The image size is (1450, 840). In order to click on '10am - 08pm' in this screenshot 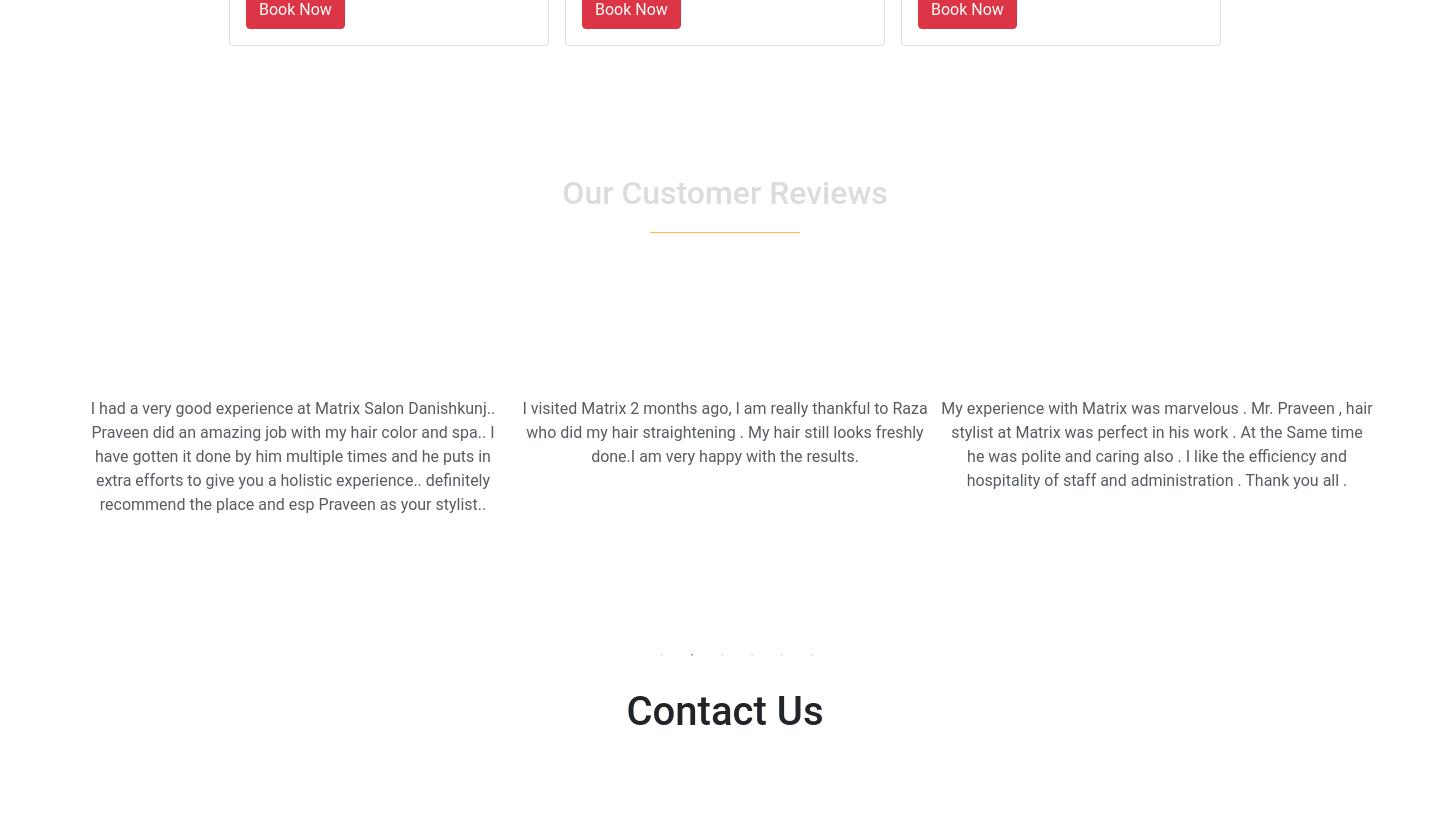, I will do `click(776, 814)`.